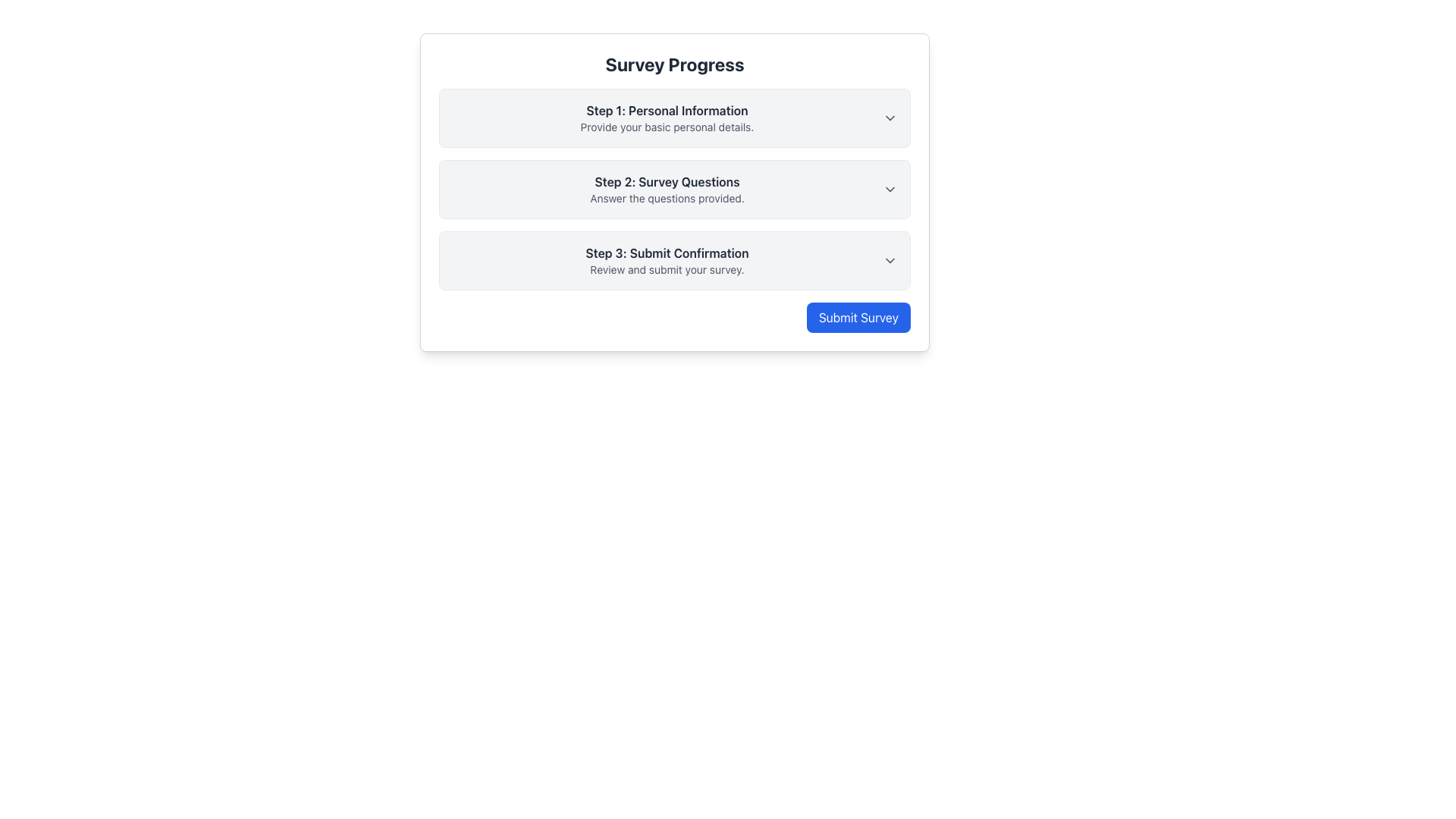 This screenshot has width=1456, height=819. What do you see at coordinates (667, 117) in the screenshot?
I see `the text block displaying 'Step 1: Personal Information' and its subtitle 'Provide your basic personal details.'` at bounding box center [667, 117].